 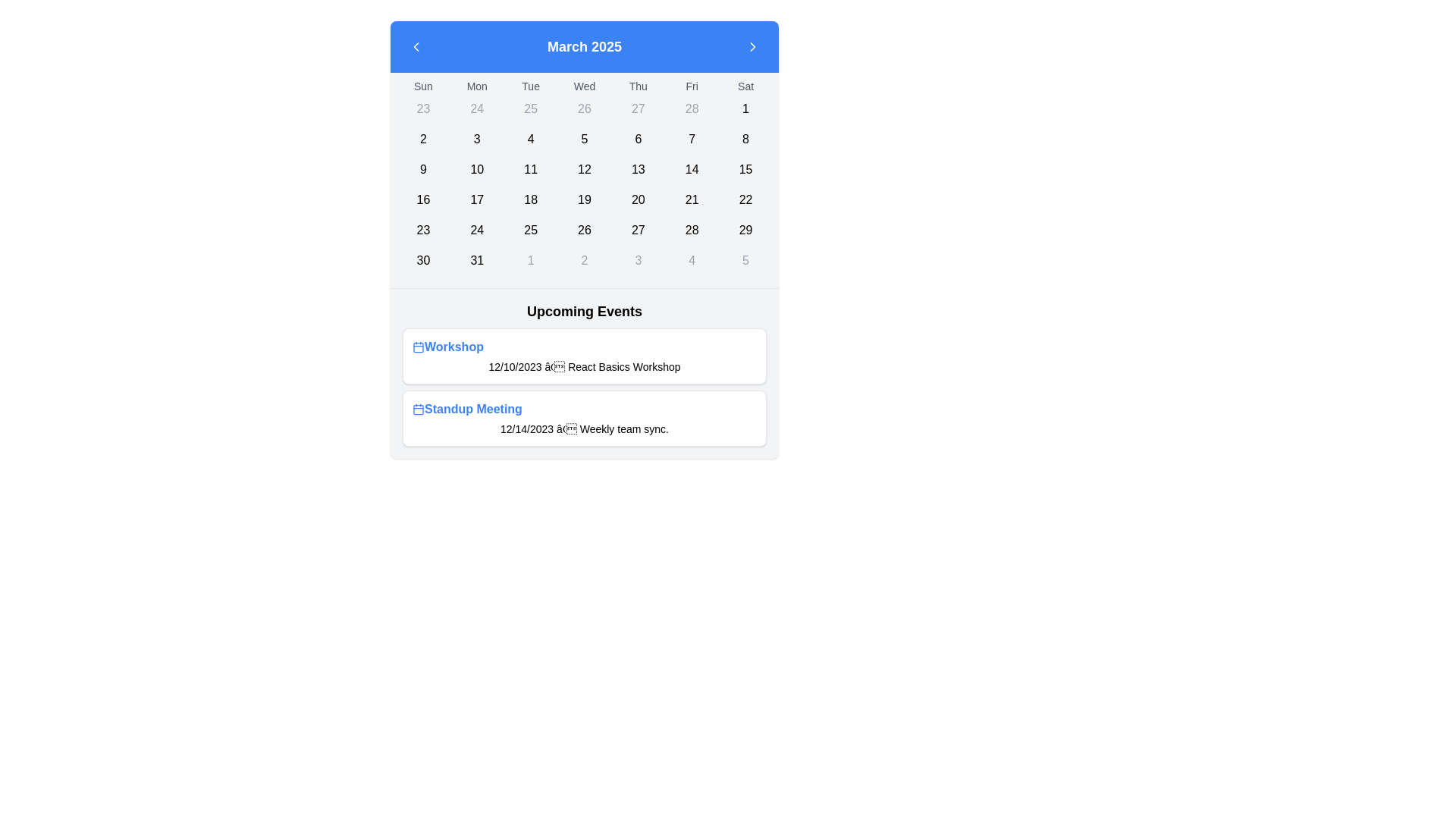 What do you see at coordinates (423, 231) in the screenshot?
I see `the calendar date cell displaying '23' in the March 2025 month view` at bounding box center [423, 231].